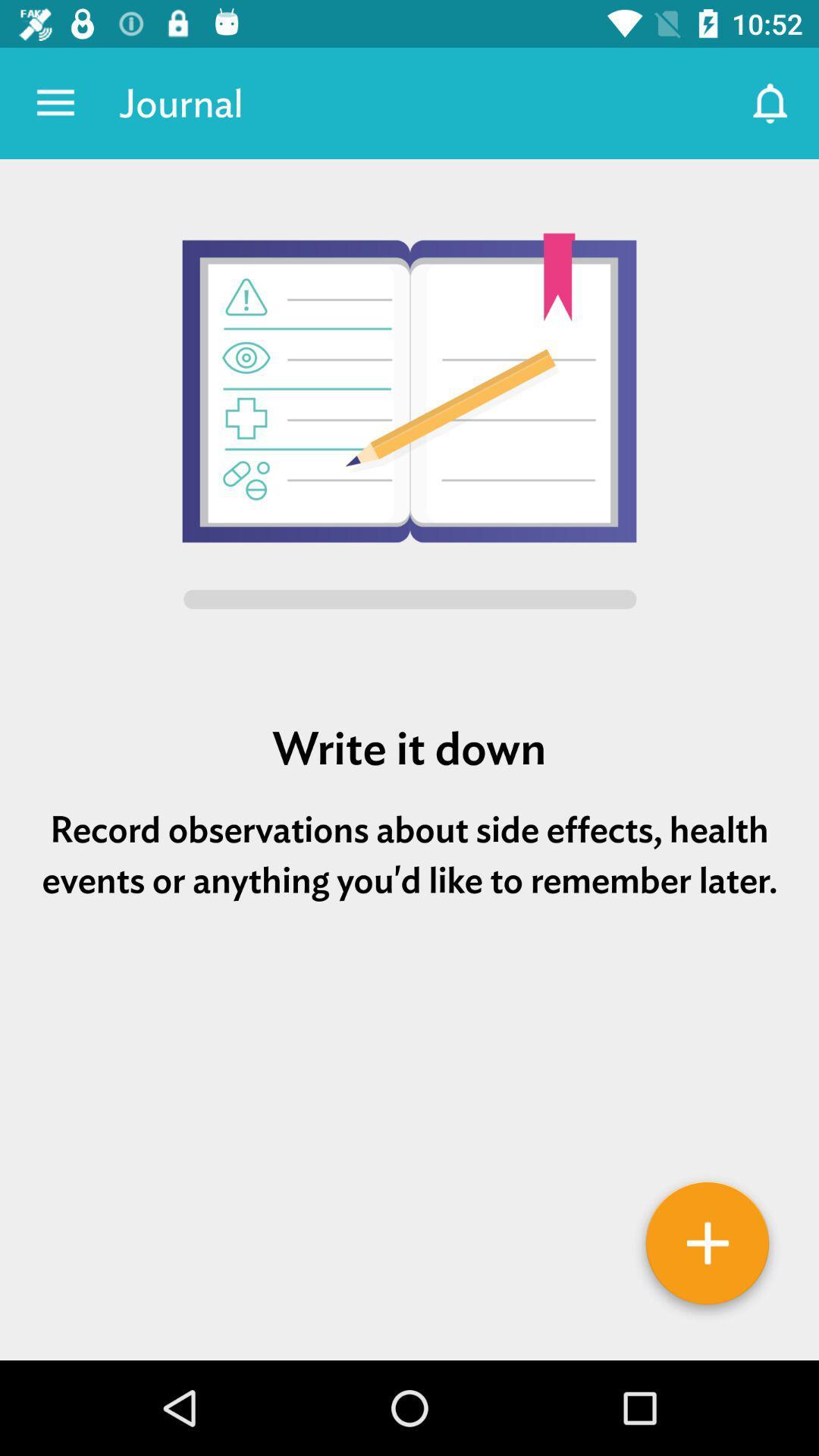 Image resolution: width=819 pixels, height=1456 pixels. What do you see at coordinates (409, 748) in the screenshot?
I see `icon above record observations about icon` at bounding box center [409, 748].